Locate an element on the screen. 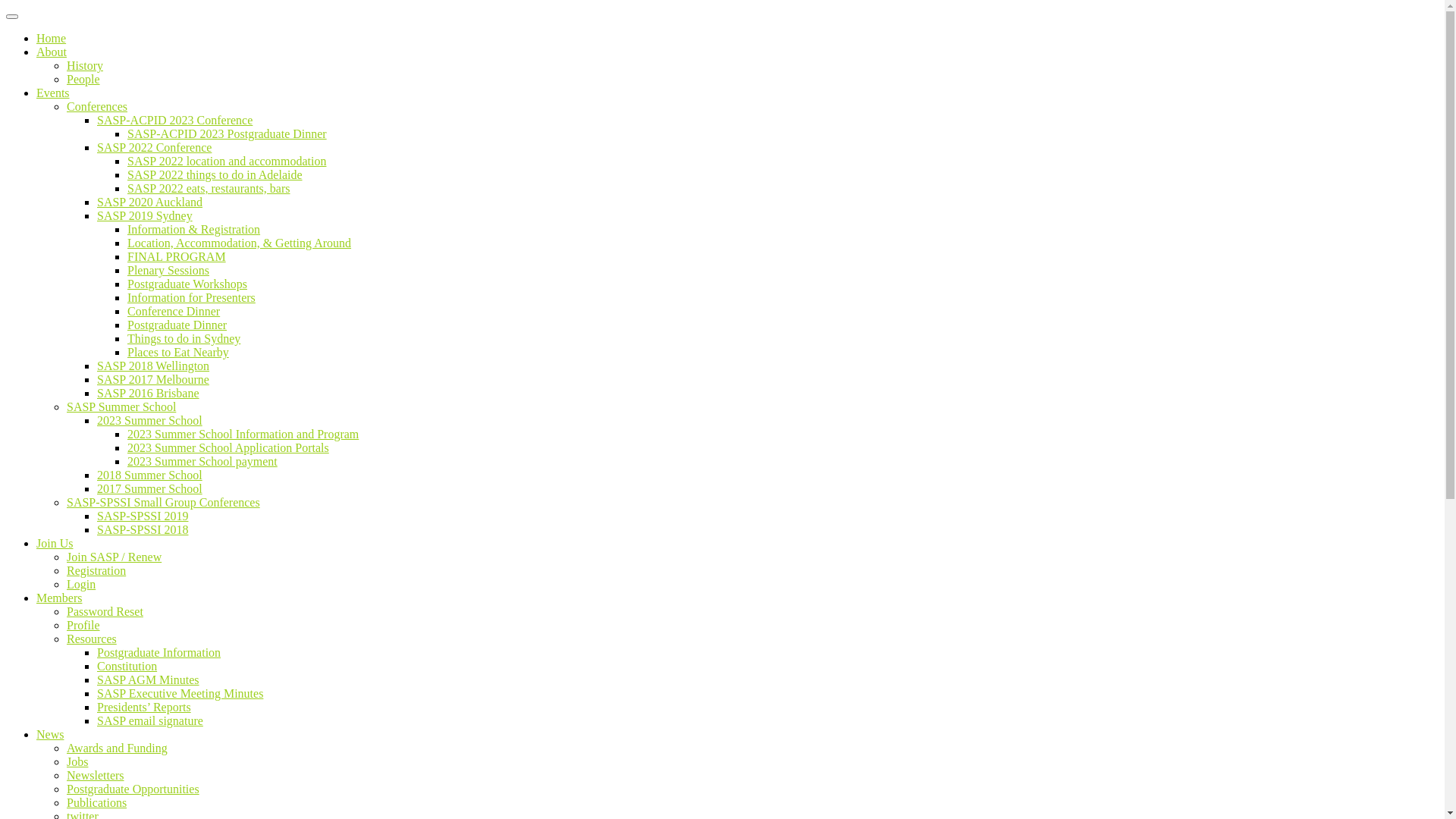 The width and height of the screenshot is (1456, 819). 'Postgraduate Workshops' is located at coordinates (186, 284).